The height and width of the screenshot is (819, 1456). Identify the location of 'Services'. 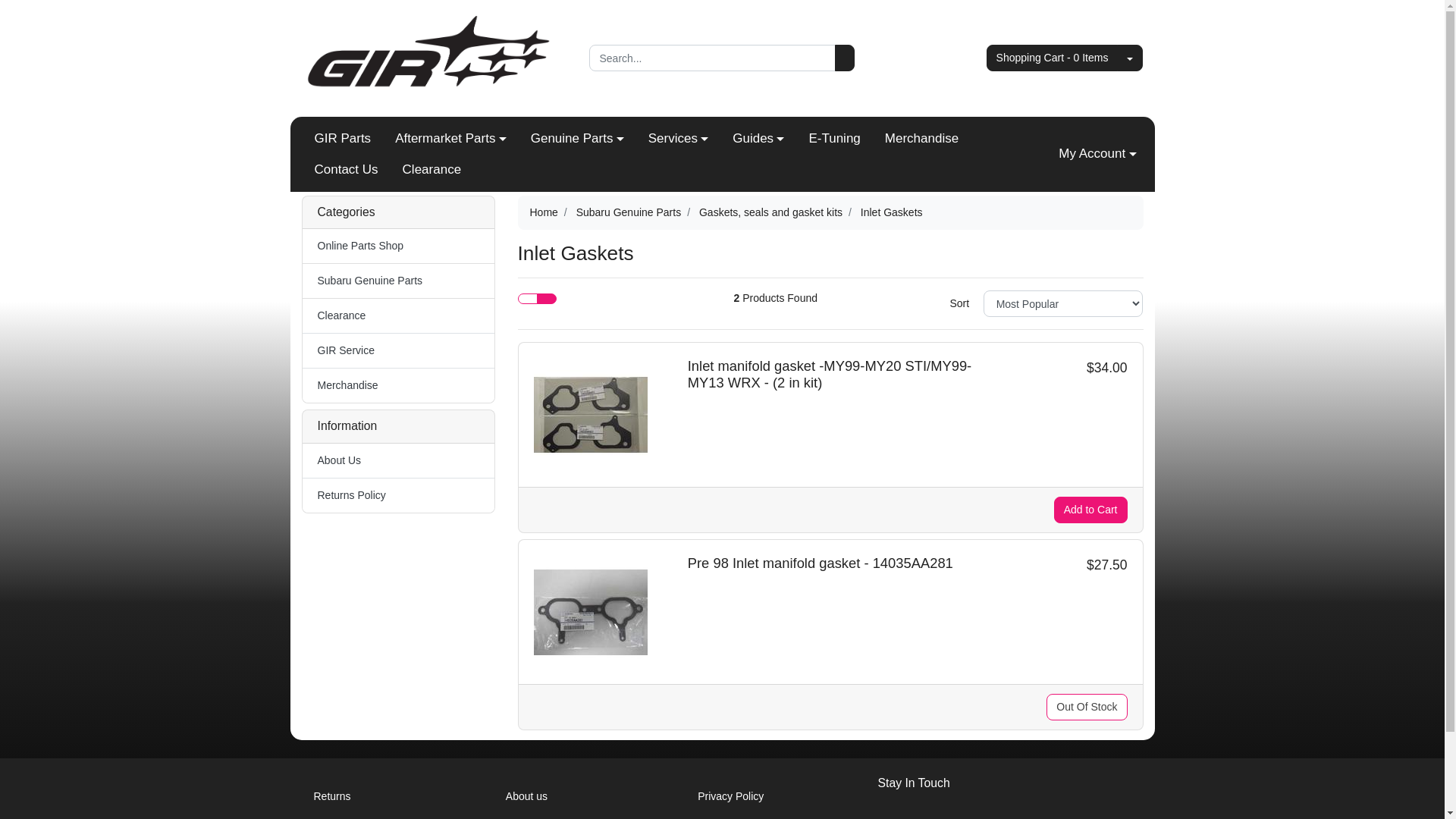
(677, 138).